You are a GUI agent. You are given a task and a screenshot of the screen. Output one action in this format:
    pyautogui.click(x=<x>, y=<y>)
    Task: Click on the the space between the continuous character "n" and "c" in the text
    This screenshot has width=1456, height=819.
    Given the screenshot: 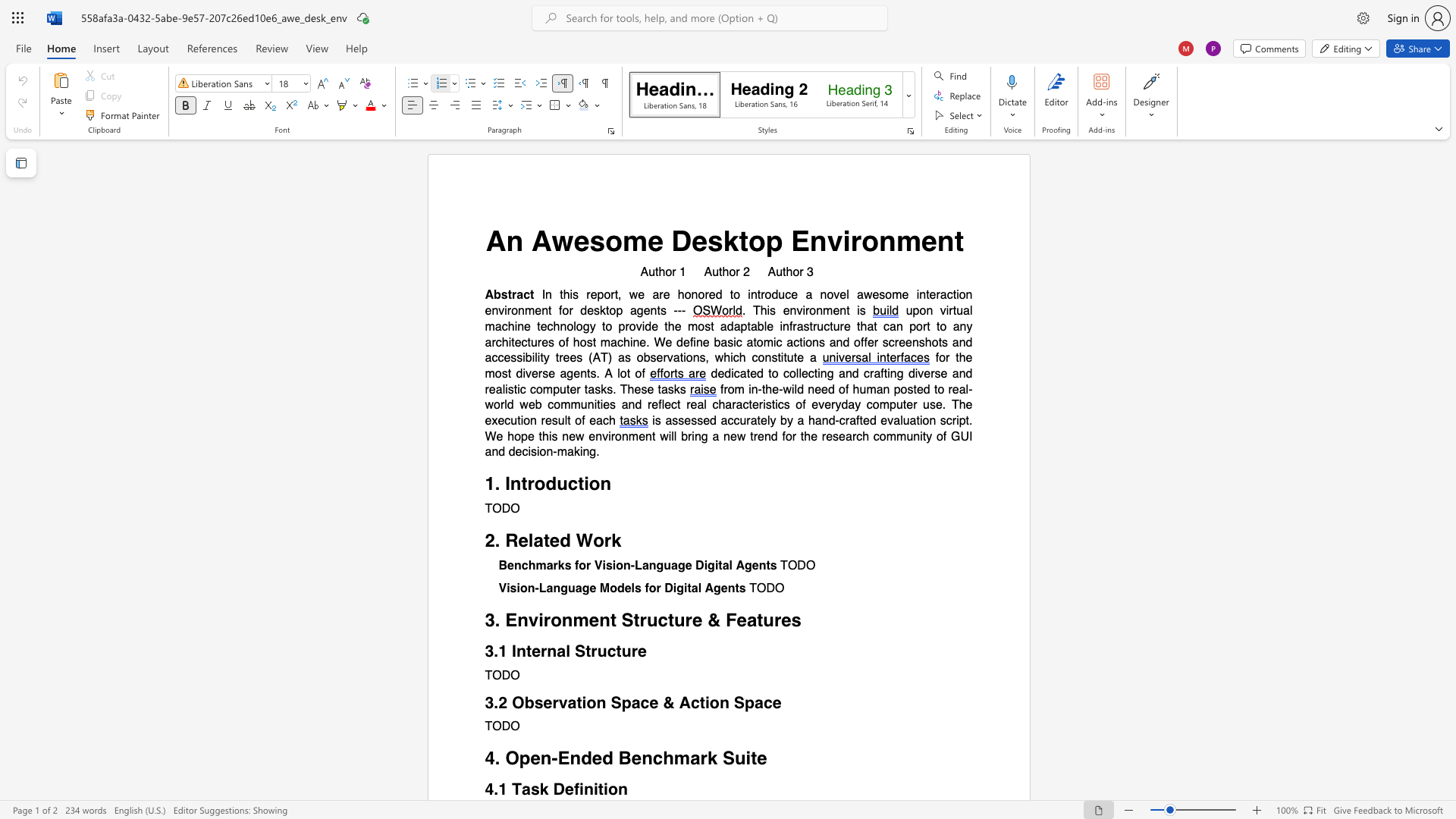 What is the action you would take?
    pyautogui.click(x=652, y=758)
    